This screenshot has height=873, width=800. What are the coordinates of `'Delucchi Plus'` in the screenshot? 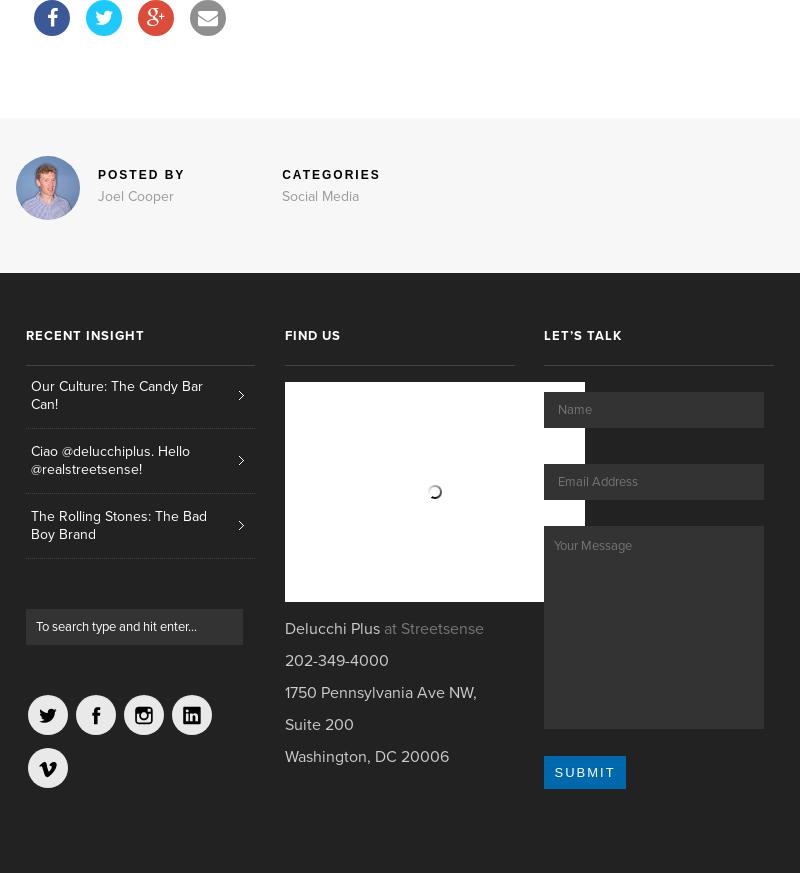 It's located at (285, 628).